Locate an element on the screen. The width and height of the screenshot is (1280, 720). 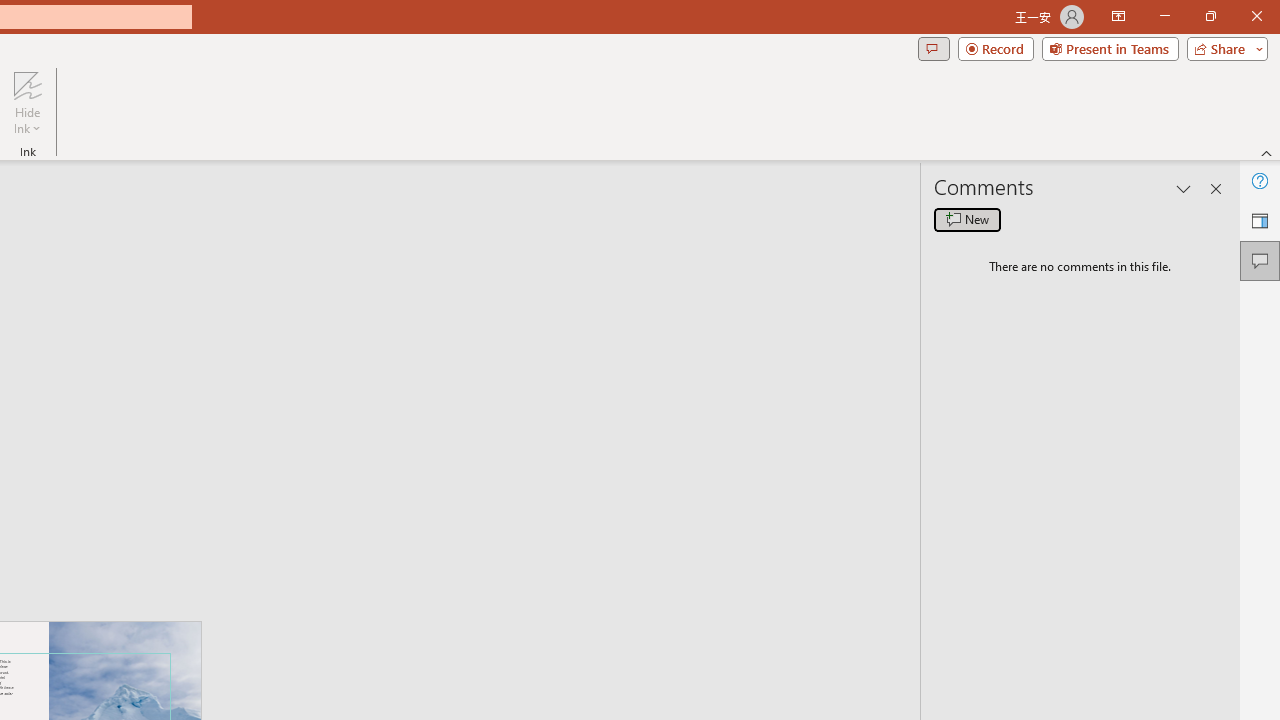
'New comment' is located at coordinates (967, 219).